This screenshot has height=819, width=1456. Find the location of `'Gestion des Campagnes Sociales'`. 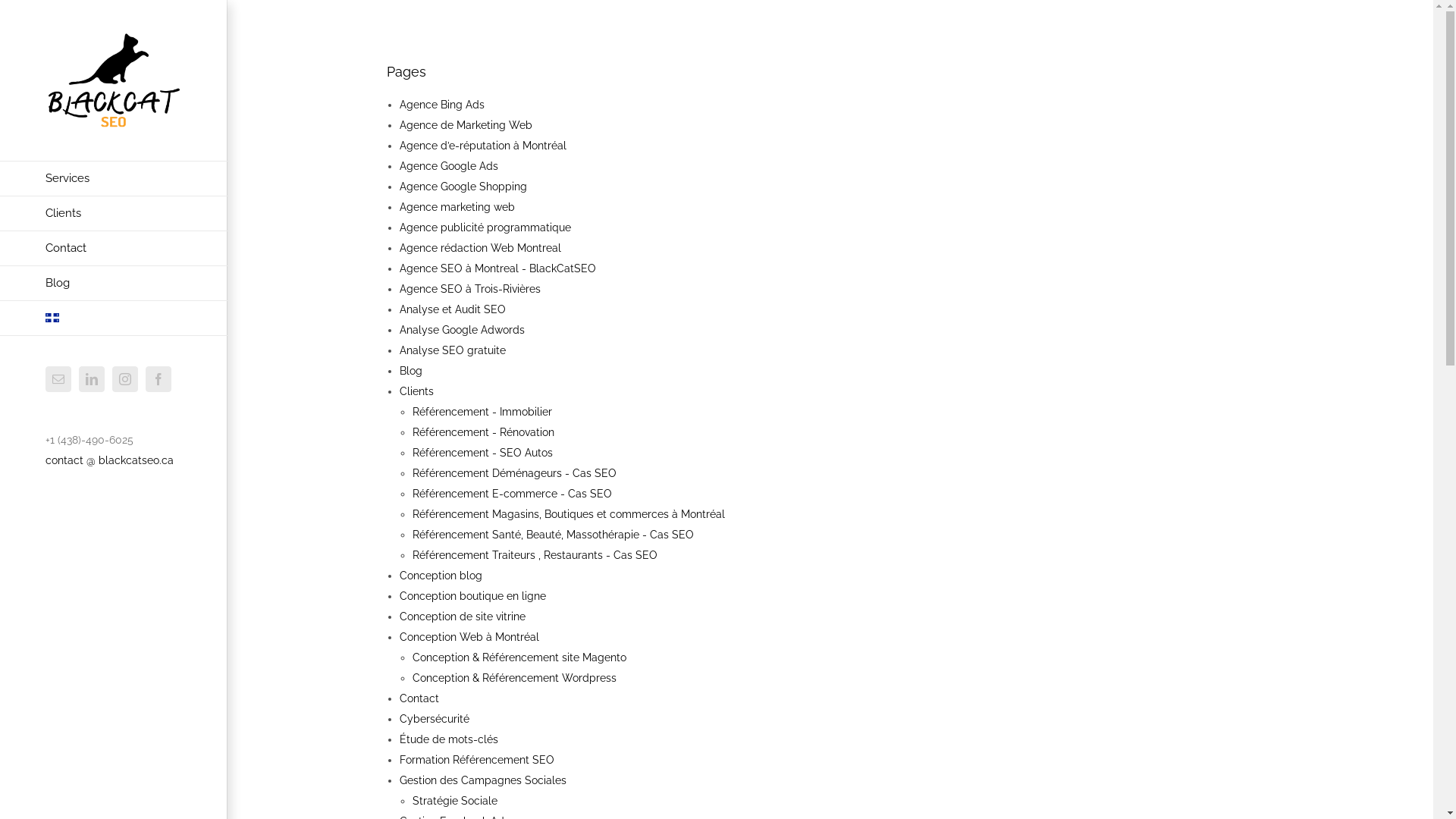

'Gestion des Campagnes Sociales' is located at coordinates (482, 780).